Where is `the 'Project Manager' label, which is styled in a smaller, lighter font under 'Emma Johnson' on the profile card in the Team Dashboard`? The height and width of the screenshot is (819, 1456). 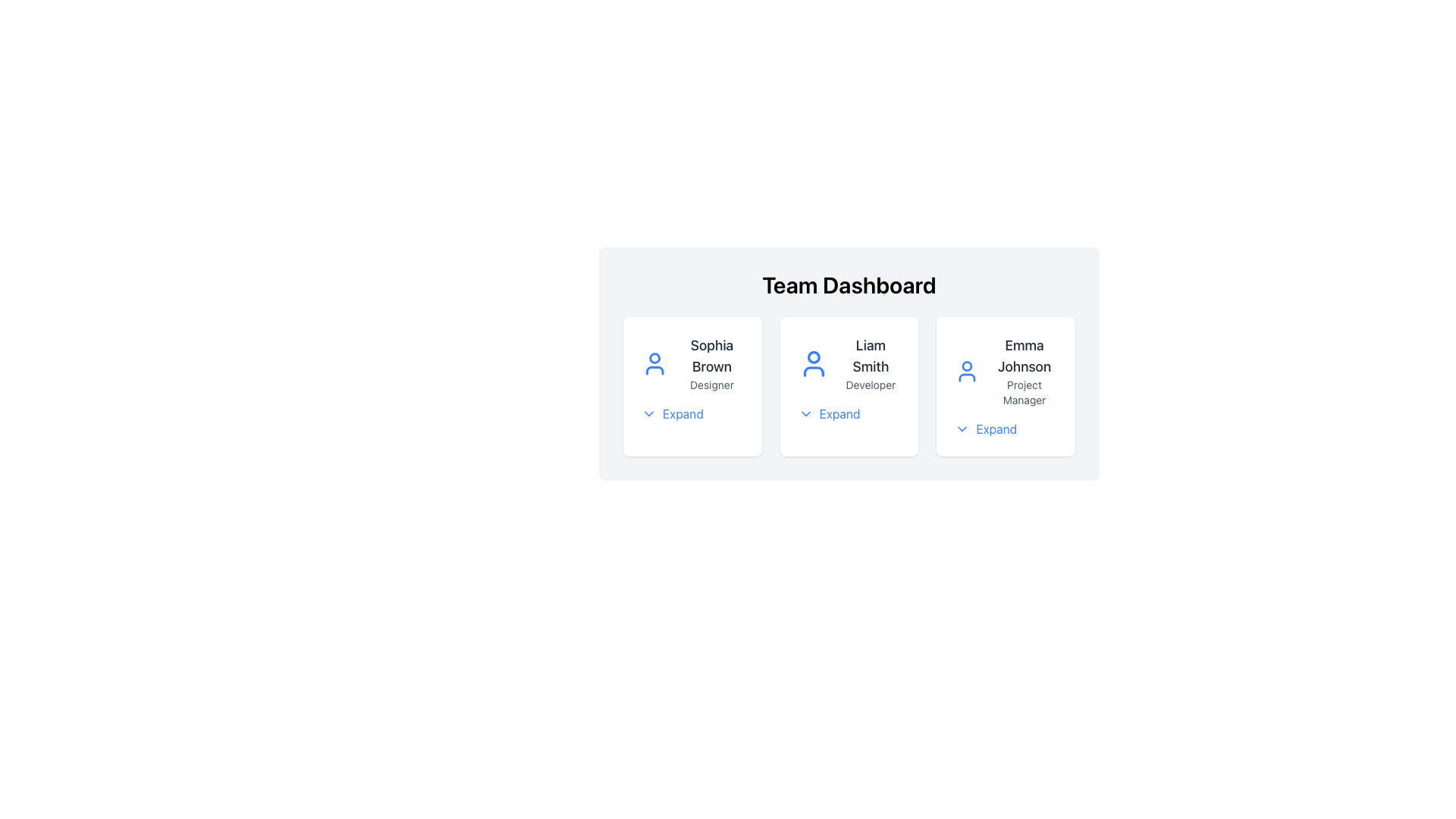 the 'Project Manager' label, which is styled in a smaller, lighter font under 'Emma Johnson' on the profile card in the Team Dashboard is located at coordinates (1025, 391).